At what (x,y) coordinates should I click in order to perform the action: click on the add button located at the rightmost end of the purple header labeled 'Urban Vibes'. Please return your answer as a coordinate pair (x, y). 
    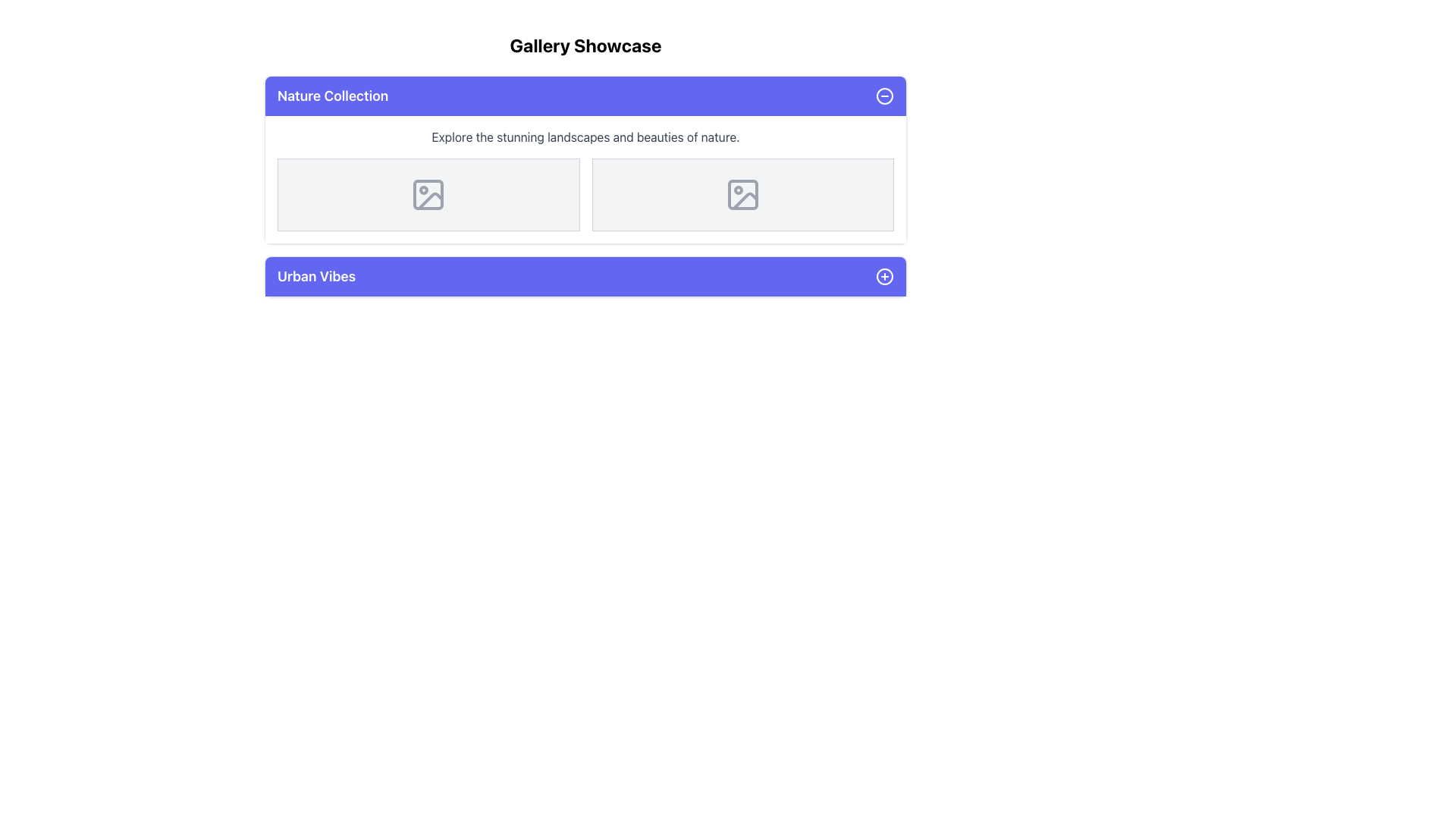
    Looking at the image, I should click on (884, 277).